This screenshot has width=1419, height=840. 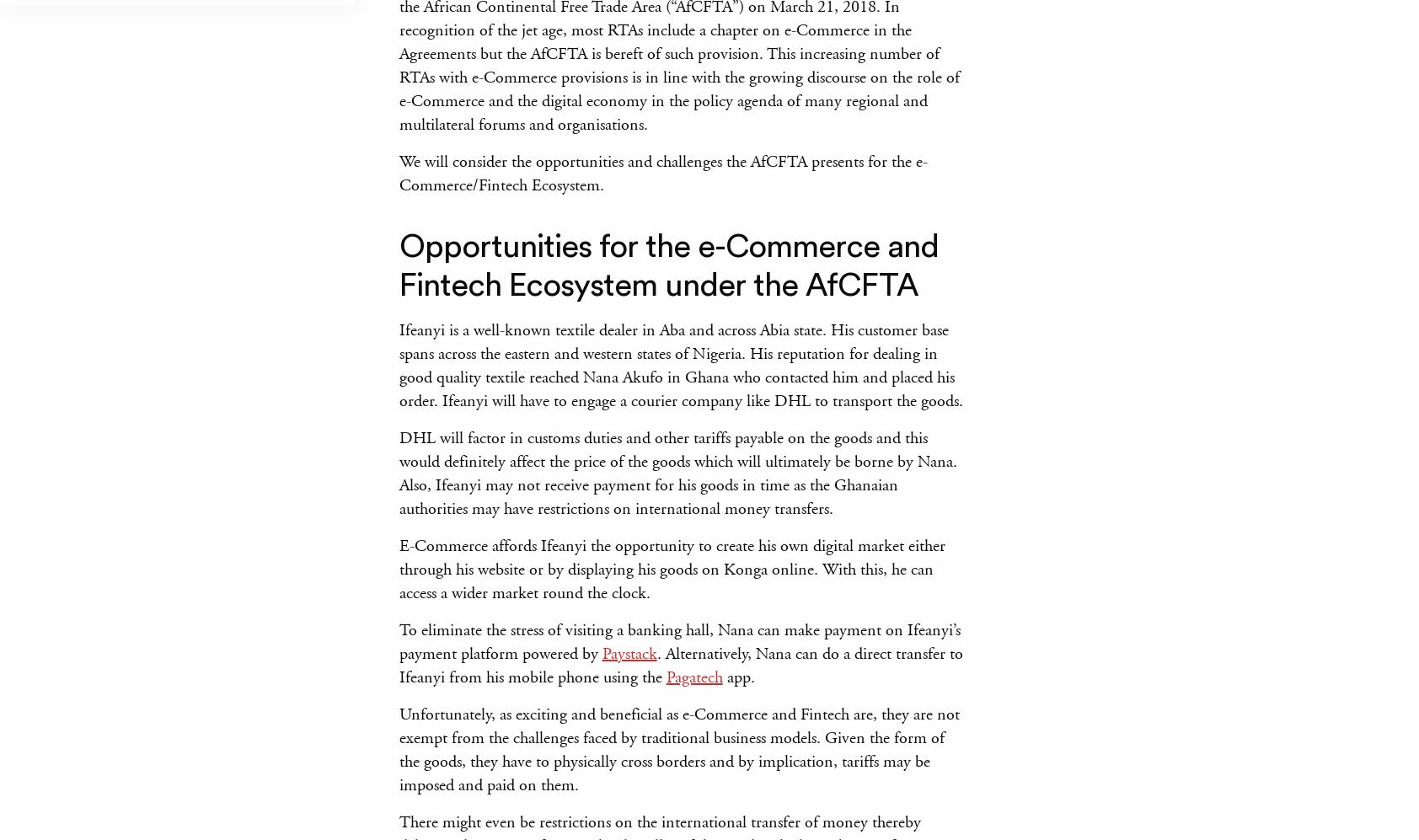 What do you see at coordinates (629, 652) in the screenshot?
I see `'Paystack'` at bounding box center [629, 652].